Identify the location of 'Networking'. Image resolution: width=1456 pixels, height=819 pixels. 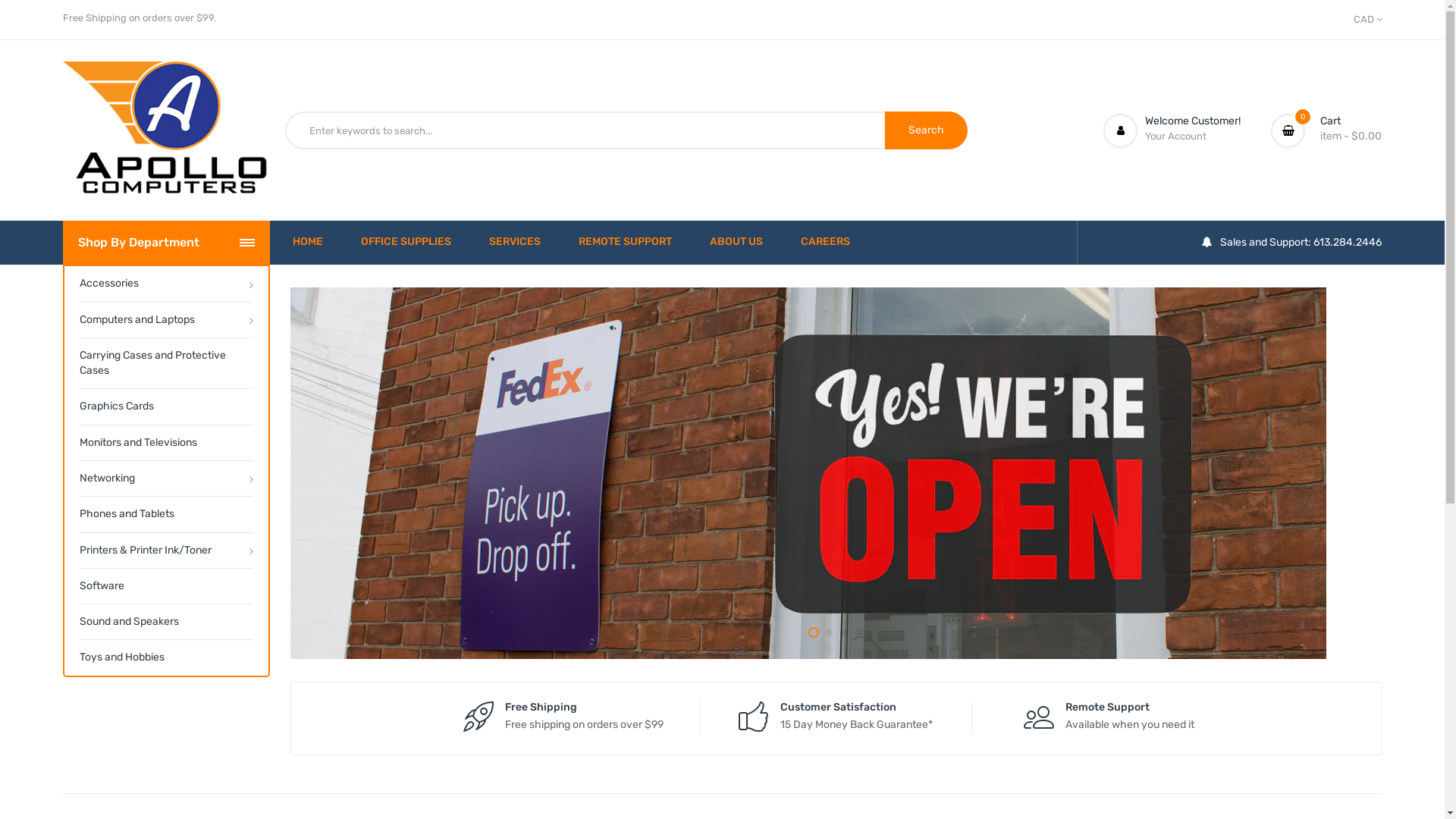
(165, 478).